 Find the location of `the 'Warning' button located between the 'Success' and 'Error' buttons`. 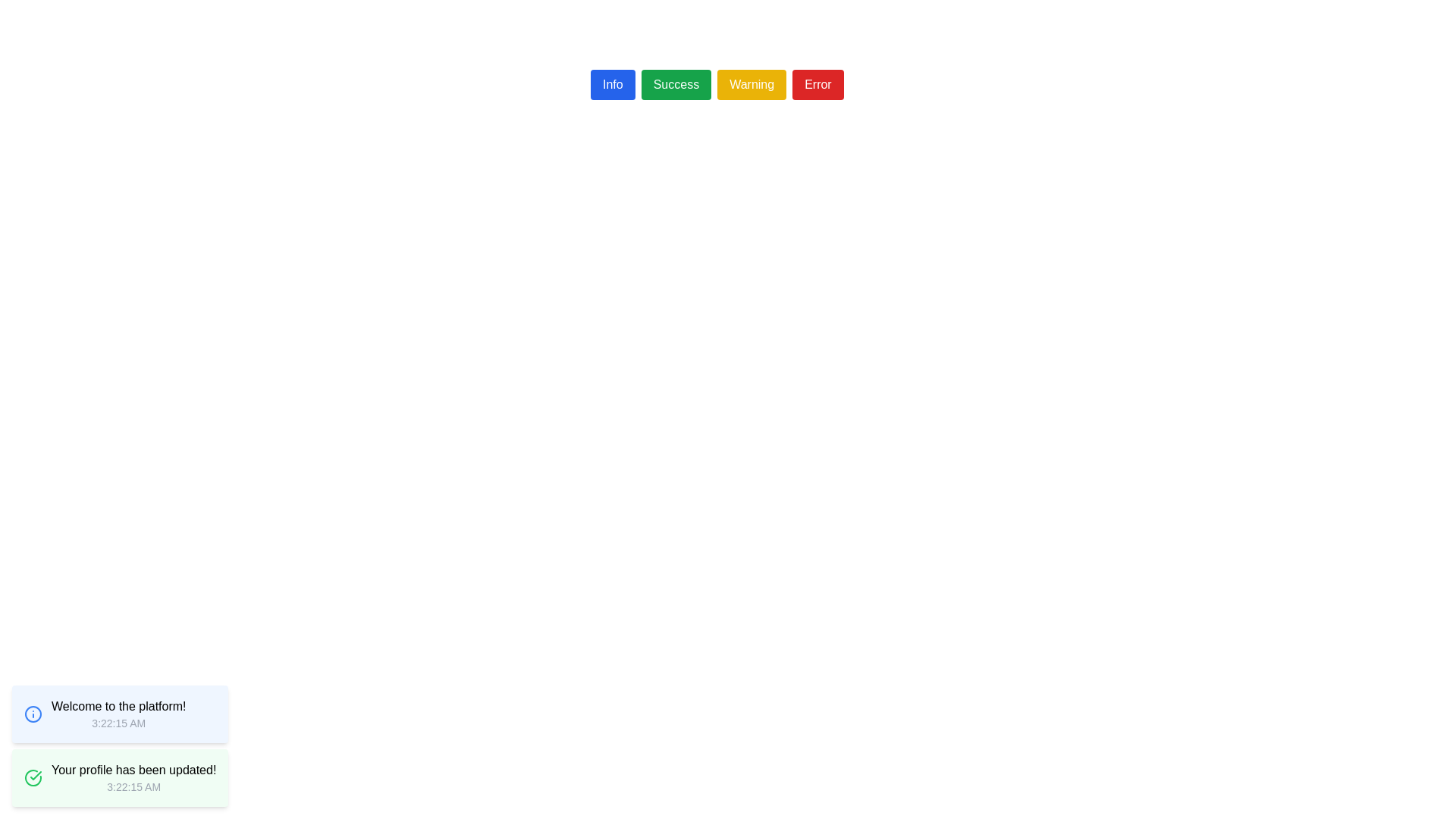

the 'Warning' button located between the 'Success' and 'Error' buttons is located at coordinates (752, 84).